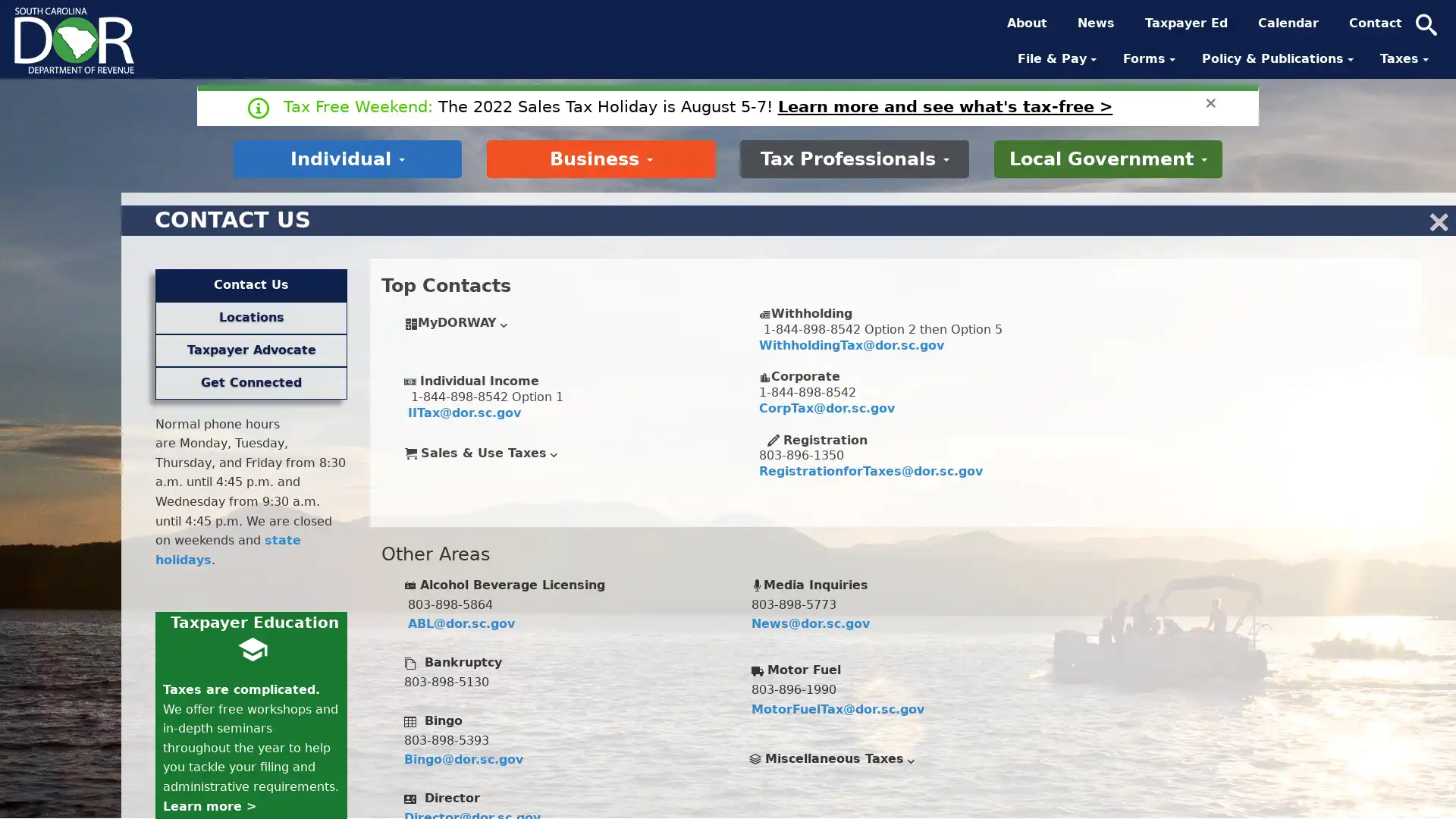  What do you see at coordinates (1058, 58) in the screenshot?
I see `File & Pay` at bounding box center [1058, 58].